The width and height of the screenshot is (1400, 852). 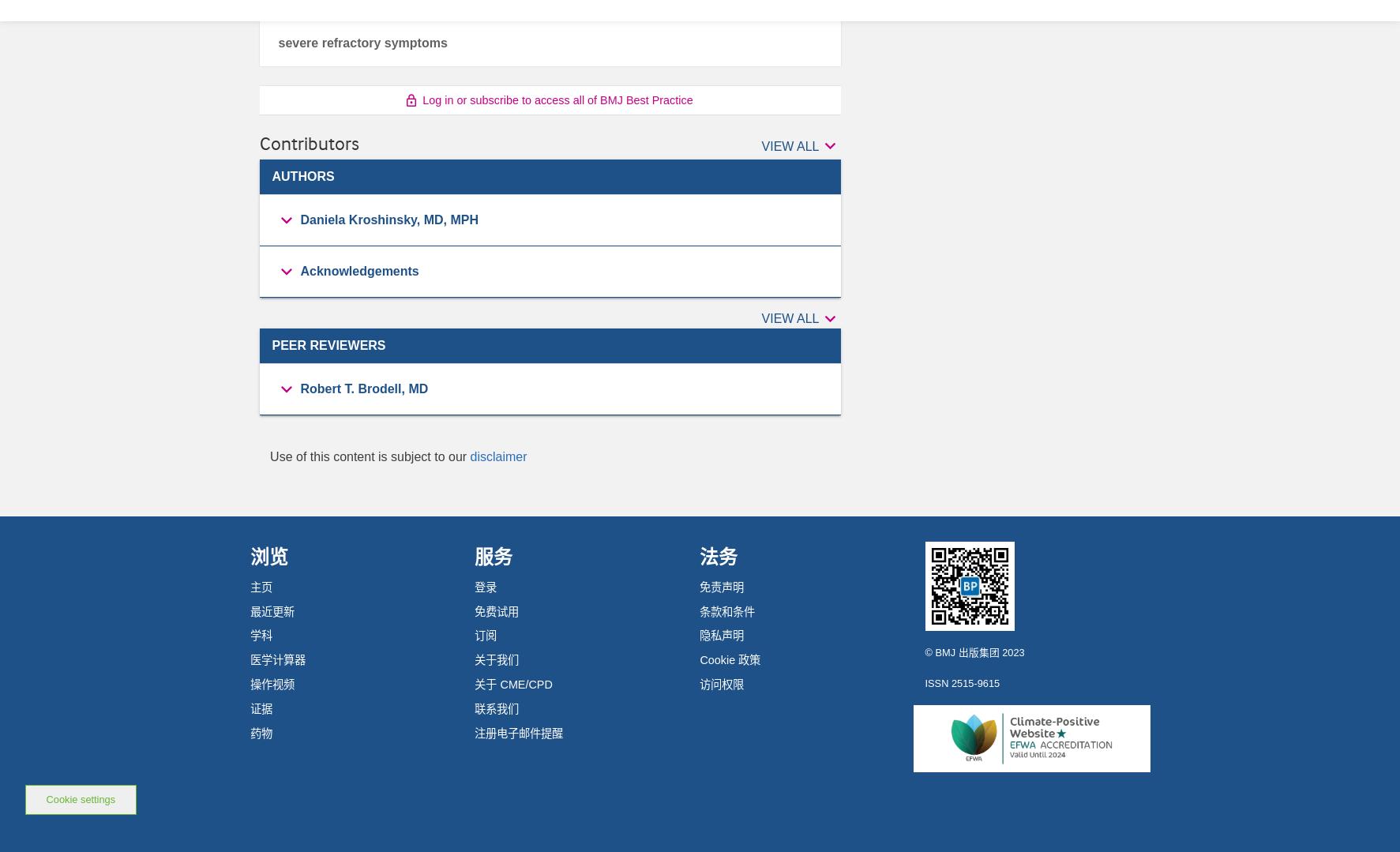 What do you see at coordinates (443, 483) in the screenshot?
I see `'Northeastern Ohio Universities College of Medicine'` at bounding box center [443, 483].